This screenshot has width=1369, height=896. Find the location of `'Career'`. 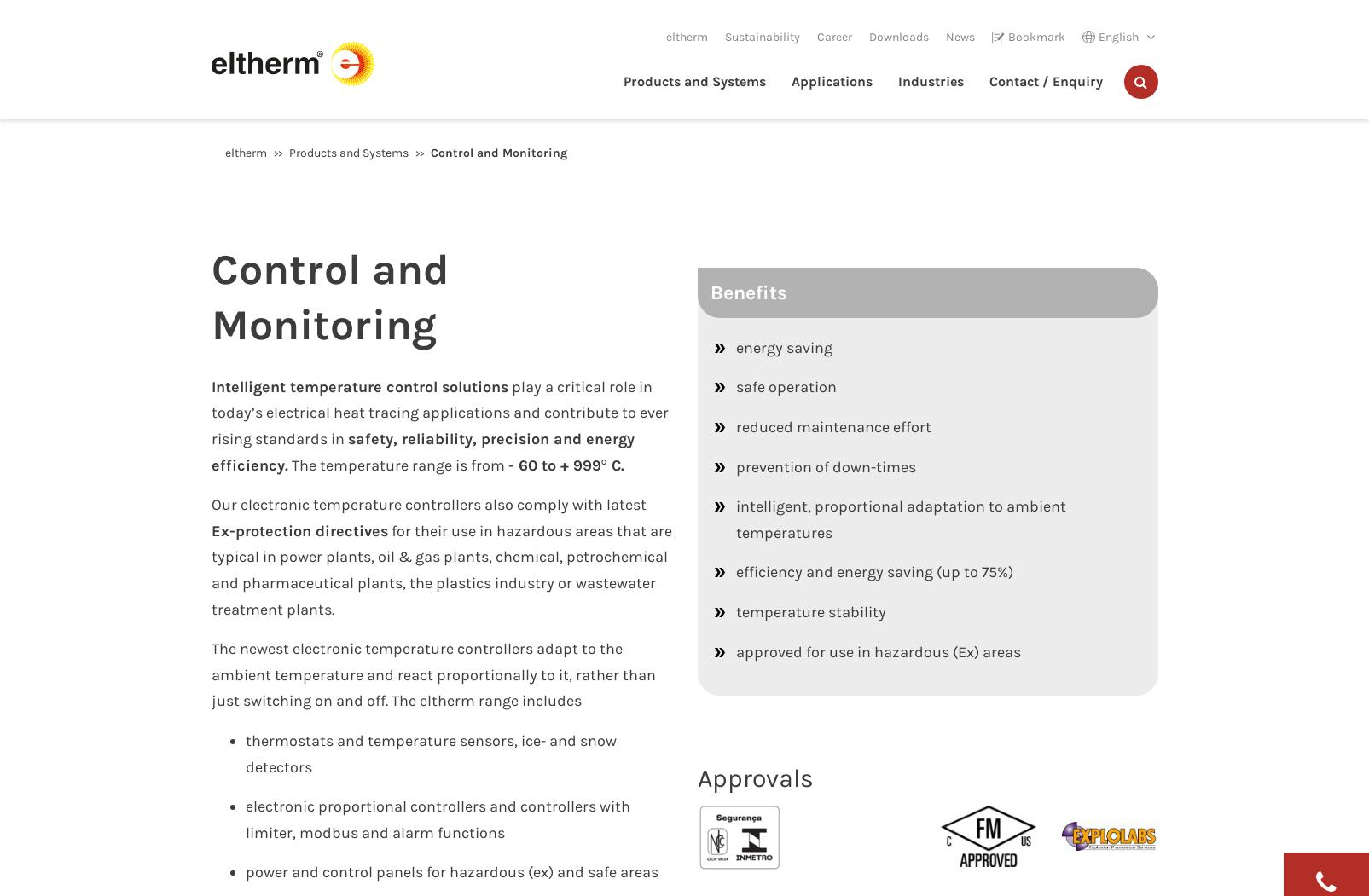

'Career' is located at coordinates (816, 35).